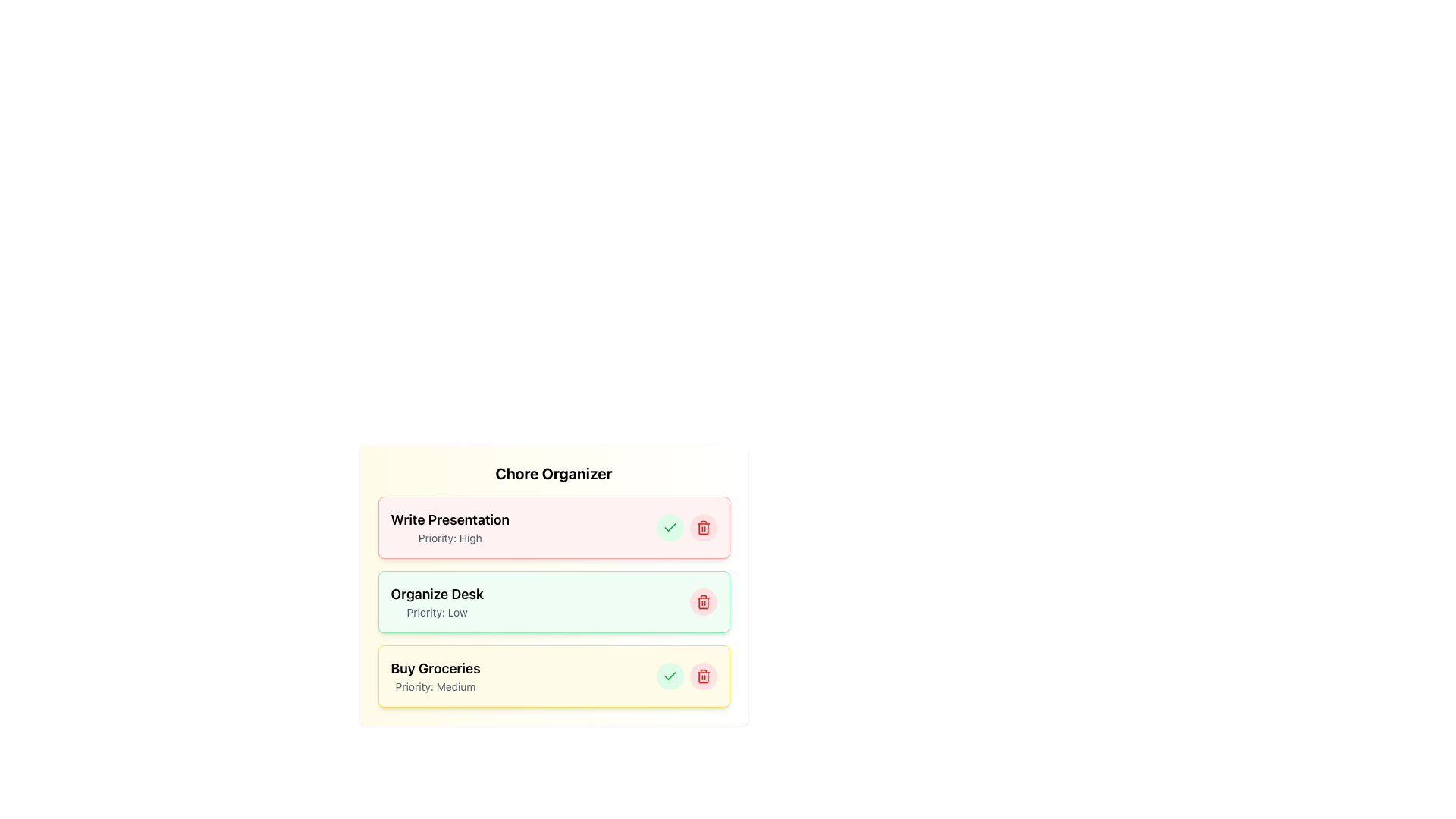 The height and width of the screenshot is (819, 1456). I want to click on the circular red delete button with a trash can icon, so click(702, 526).